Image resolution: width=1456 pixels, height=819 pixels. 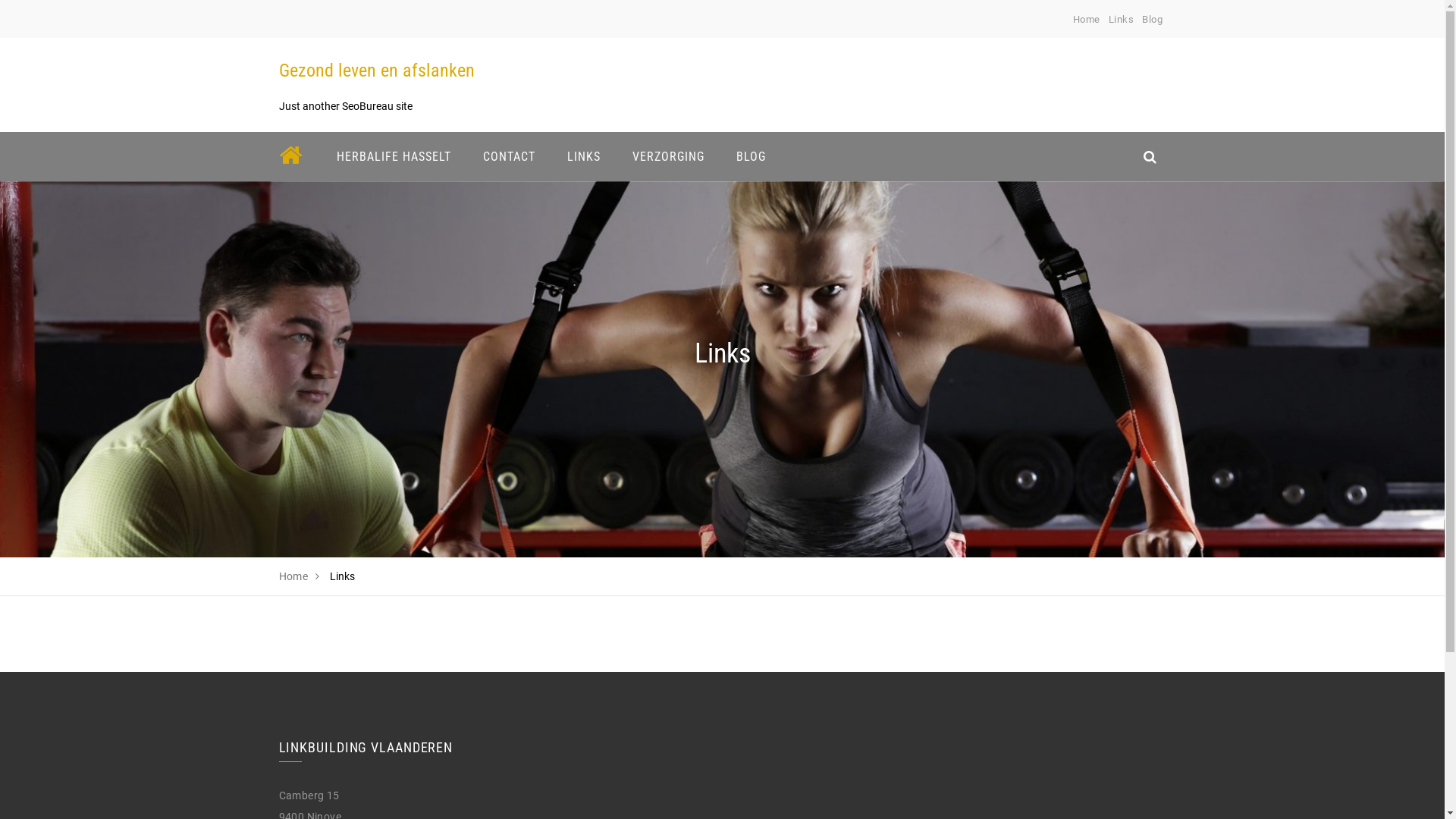 I want to click on 'CONTACT', so click(x=509, y=156).